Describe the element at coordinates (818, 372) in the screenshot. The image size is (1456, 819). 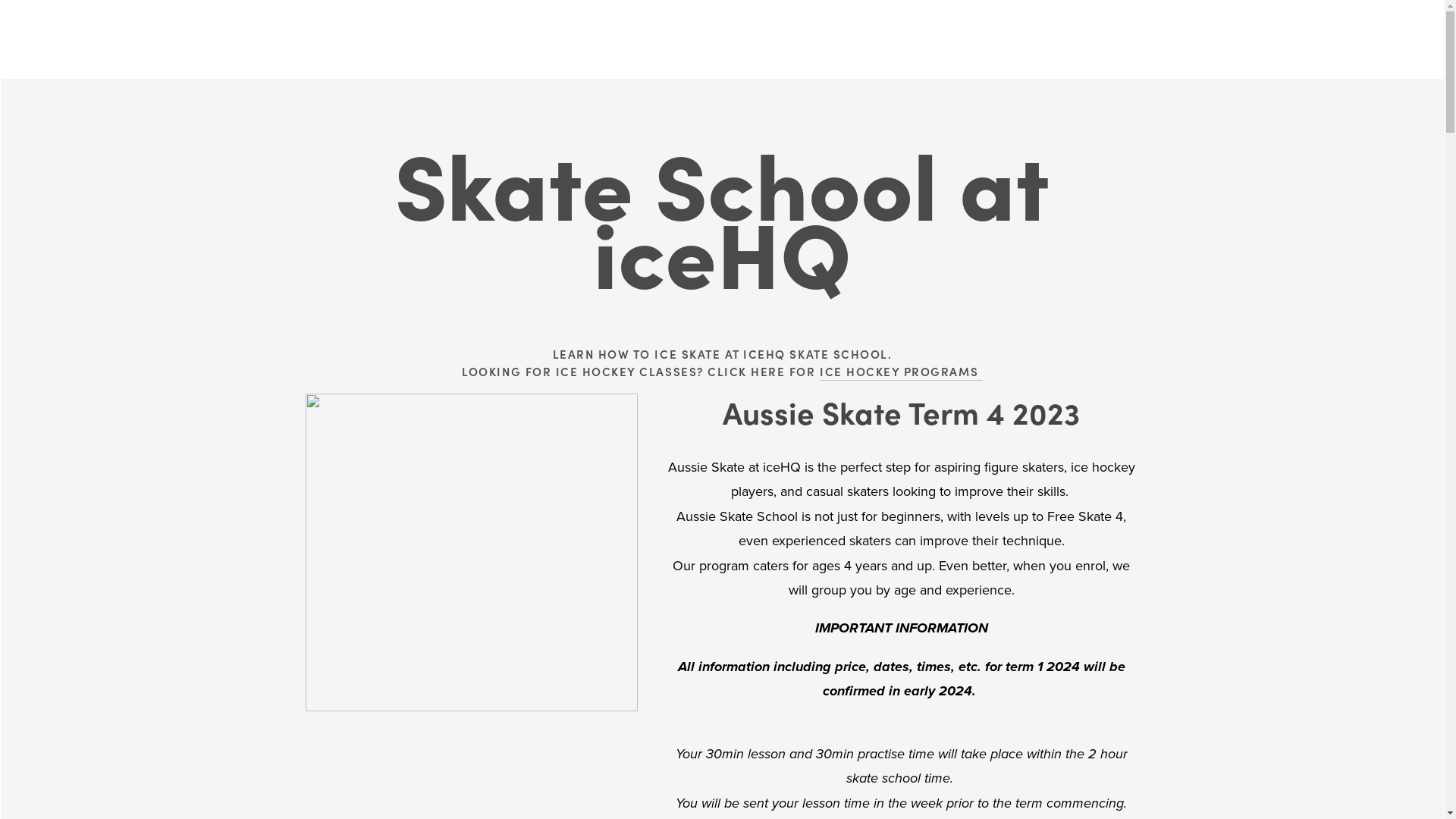
I see `'ICE HOCKEY PROGRAMS '` at that location.